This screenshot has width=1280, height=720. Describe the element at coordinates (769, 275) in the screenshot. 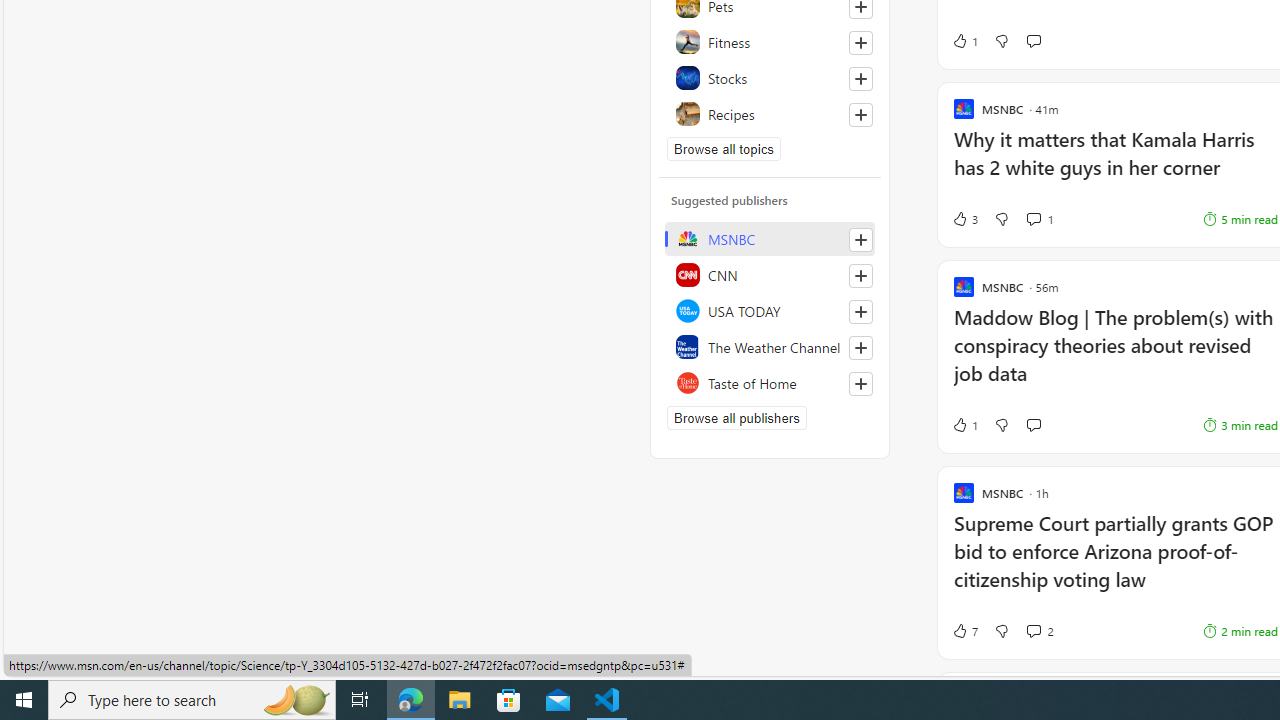

I see `'CNN'` at that location.